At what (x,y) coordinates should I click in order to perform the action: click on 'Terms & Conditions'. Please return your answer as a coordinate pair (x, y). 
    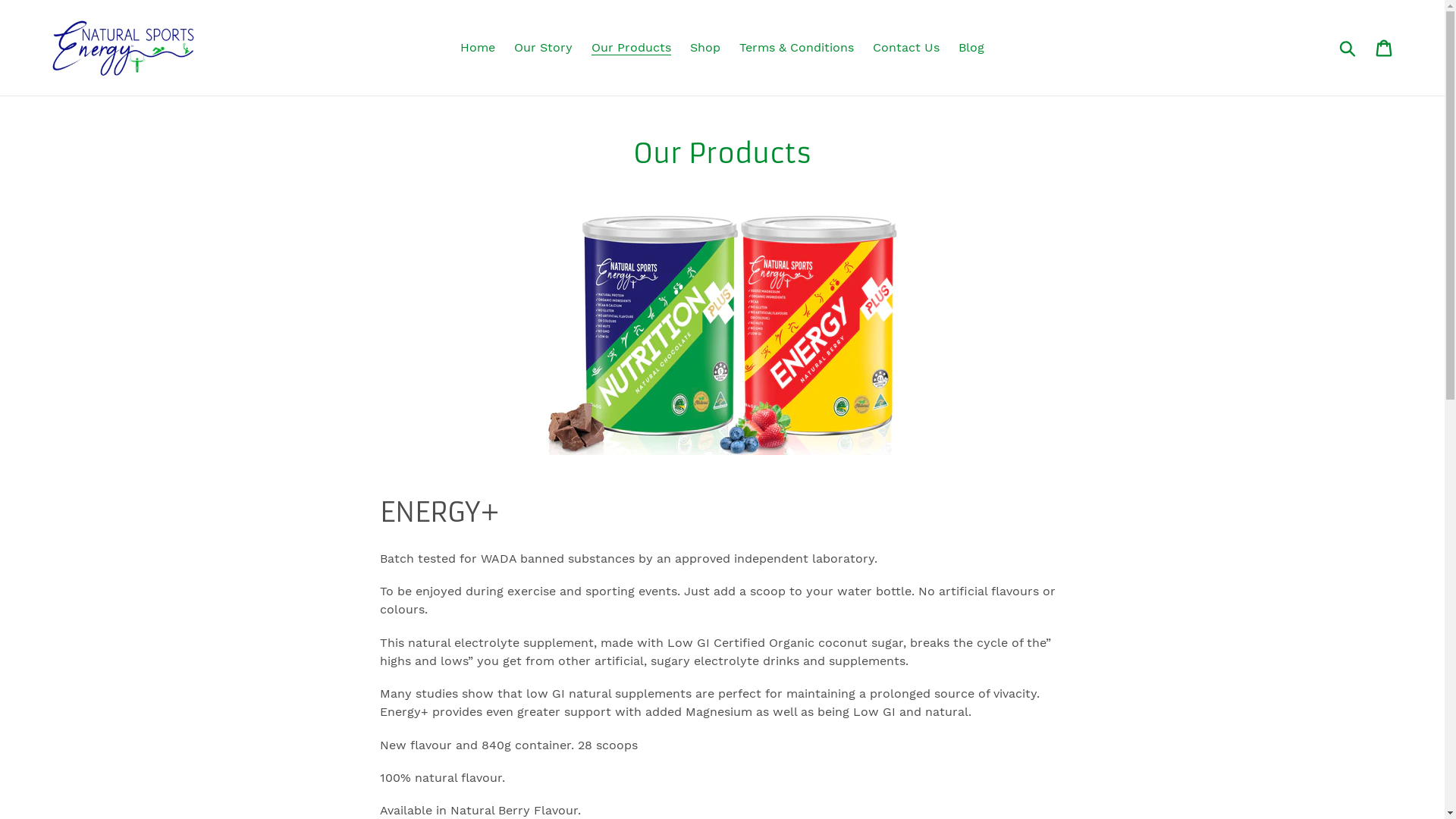
    Looking at the image, I should click on (795, 46).